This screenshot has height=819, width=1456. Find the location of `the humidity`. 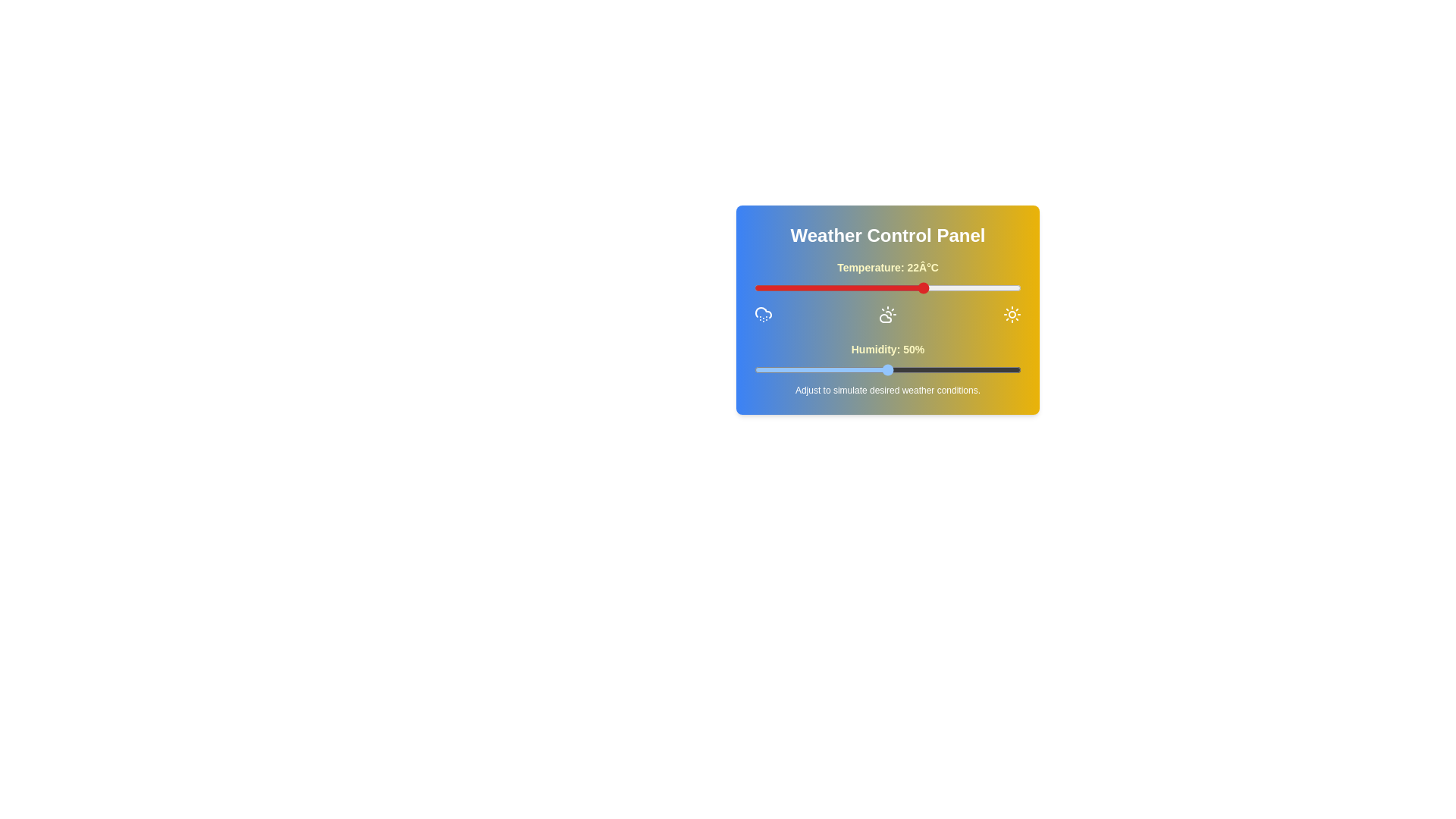

the humidity is located at coordinates (930, 370).